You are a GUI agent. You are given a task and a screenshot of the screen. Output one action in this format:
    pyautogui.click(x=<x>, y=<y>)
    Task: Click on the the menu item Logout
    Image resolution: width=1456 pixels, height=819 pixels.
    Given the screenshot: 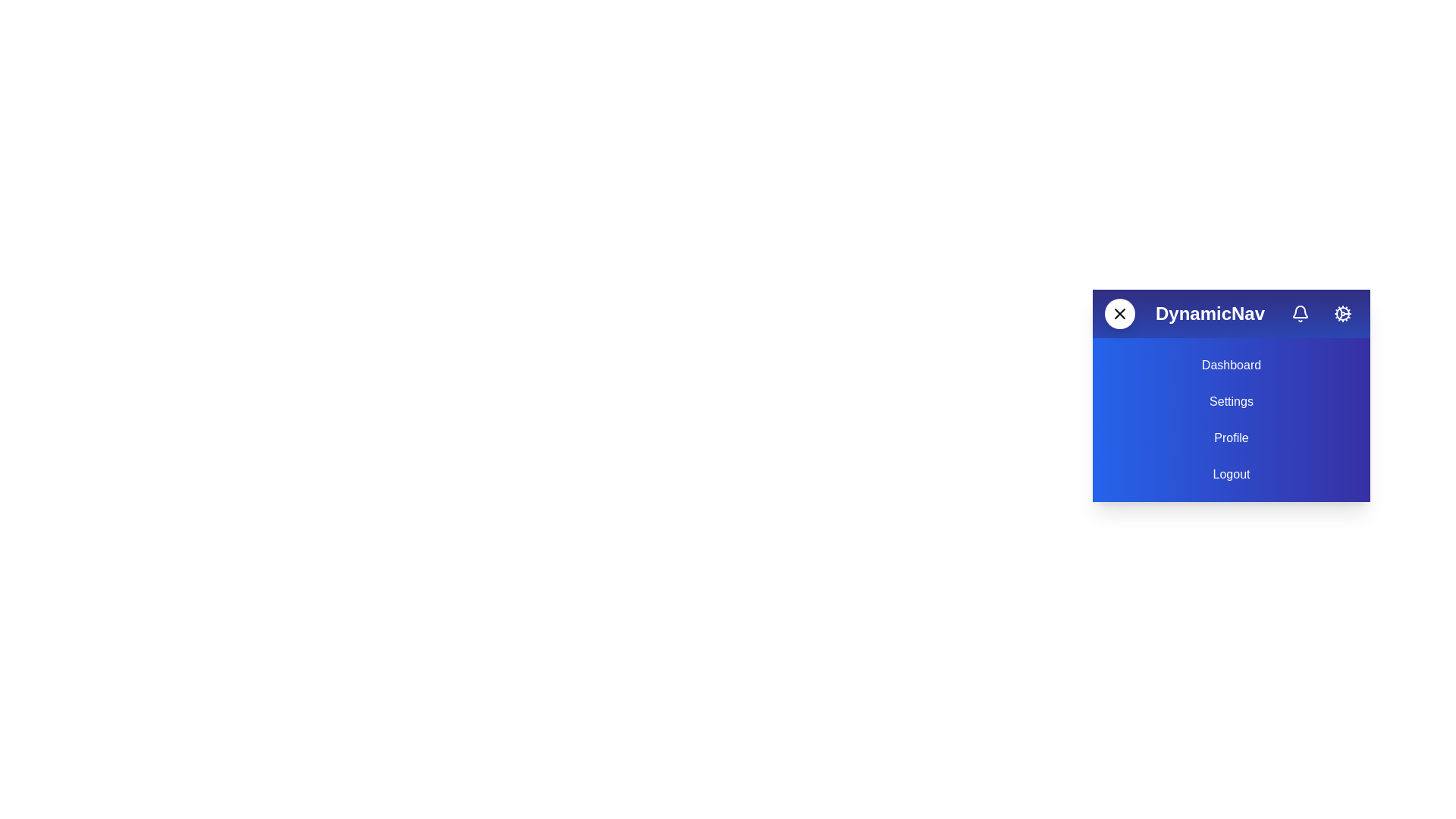 What is the action you would take?
    pyautogui.click(x=1231, y=473)
    